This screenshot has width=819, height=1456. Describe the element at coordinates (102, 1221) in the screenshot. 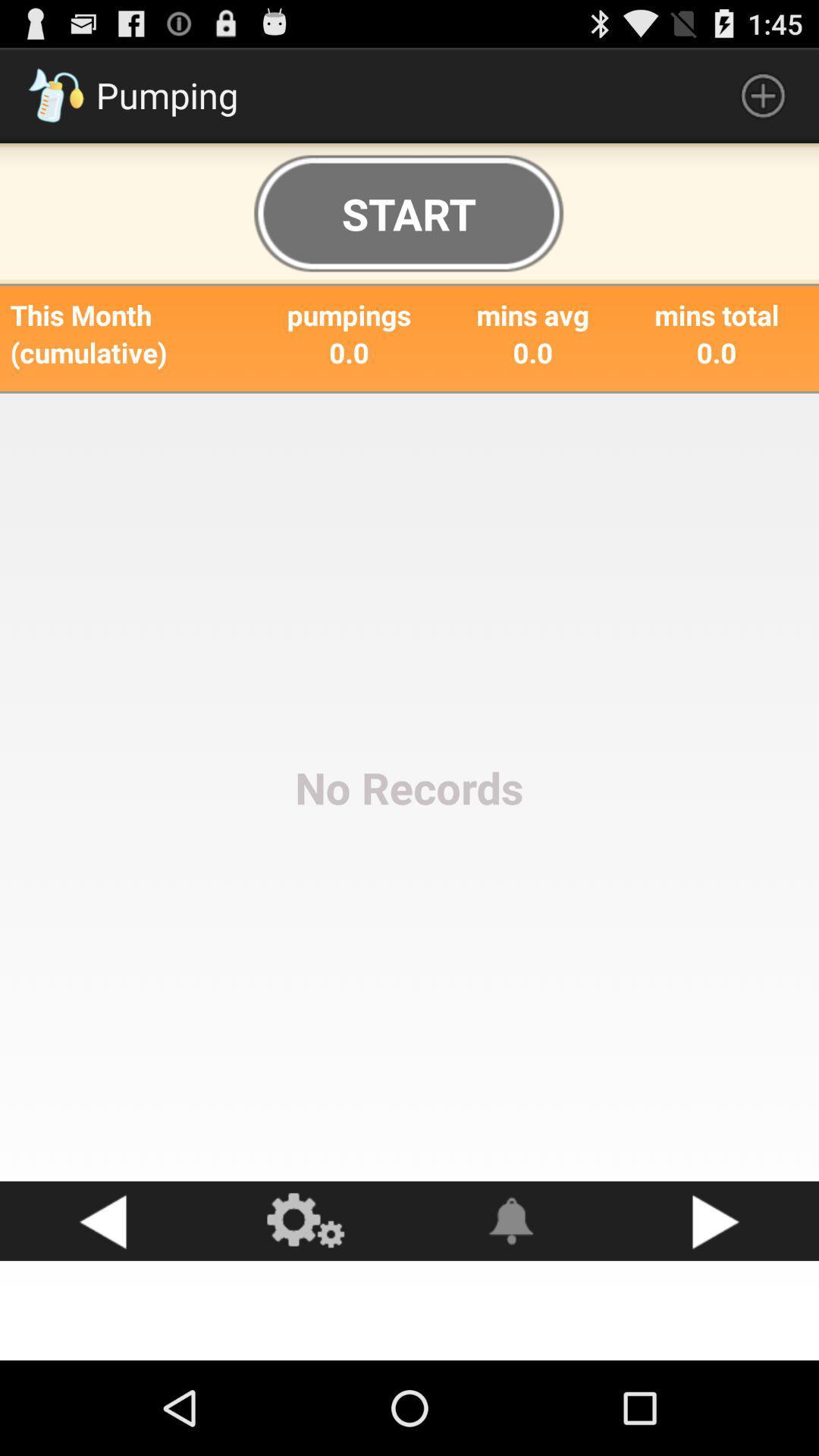

I see `the icon at the bottom left corner` at that location.